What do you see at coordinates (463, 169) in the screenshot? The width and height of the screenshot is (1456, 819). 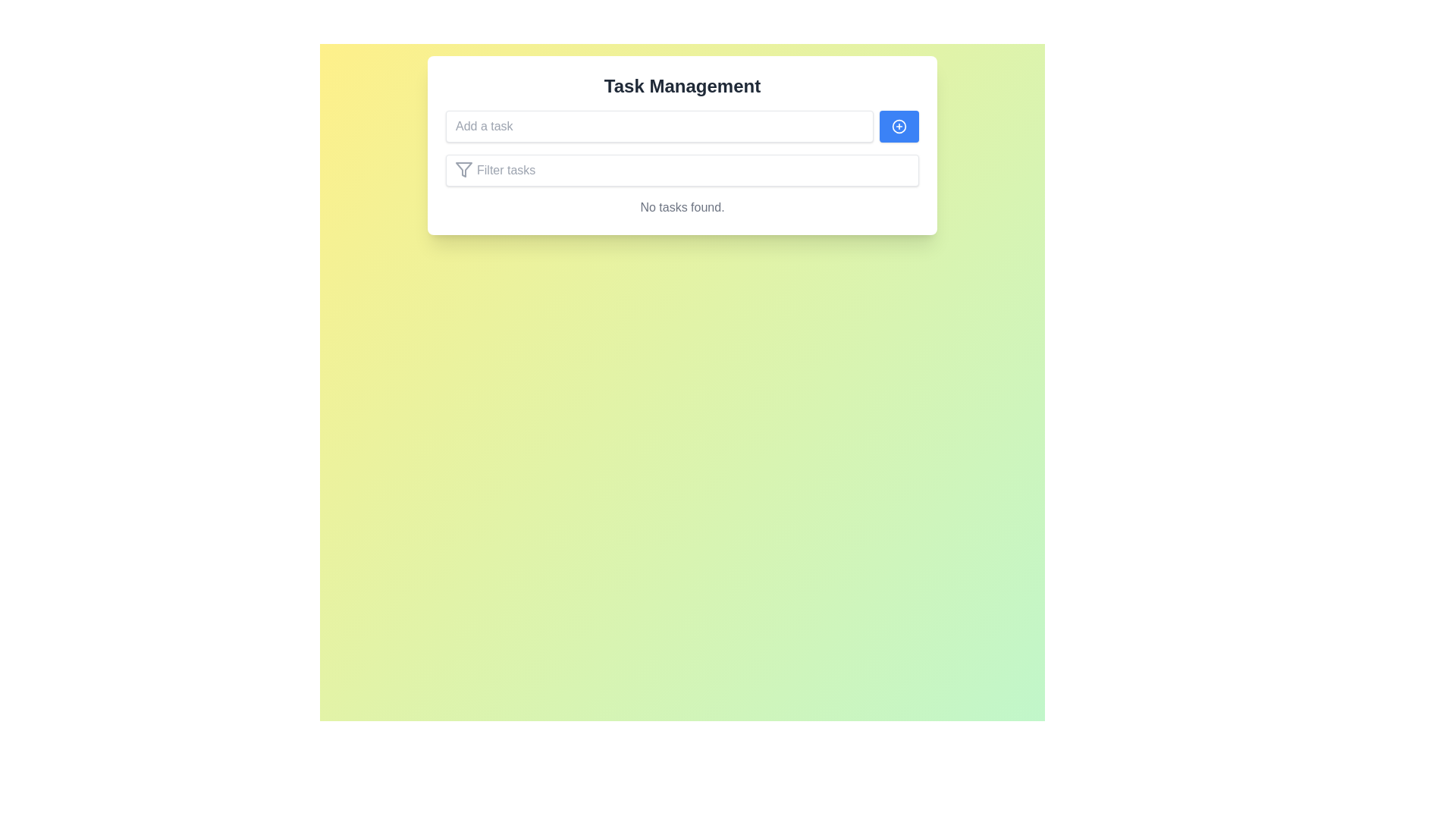 I see `the triangular-shaped funnel icon located in the 'Filter tasks' button area, positioned near the left side of the button` at bounding box center [463, 169].